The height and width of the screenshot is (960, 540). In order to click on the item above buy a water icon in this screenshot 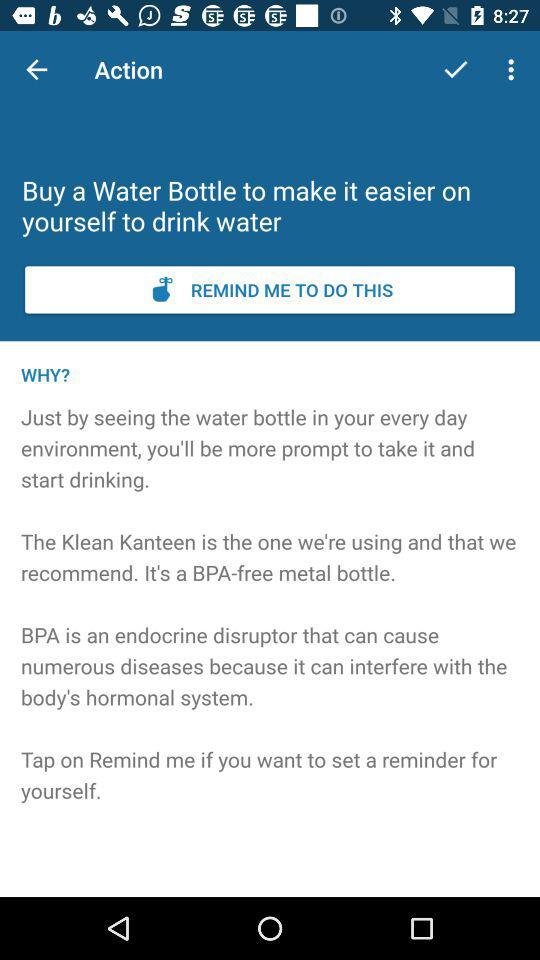, I will do `click(513, 69)`.